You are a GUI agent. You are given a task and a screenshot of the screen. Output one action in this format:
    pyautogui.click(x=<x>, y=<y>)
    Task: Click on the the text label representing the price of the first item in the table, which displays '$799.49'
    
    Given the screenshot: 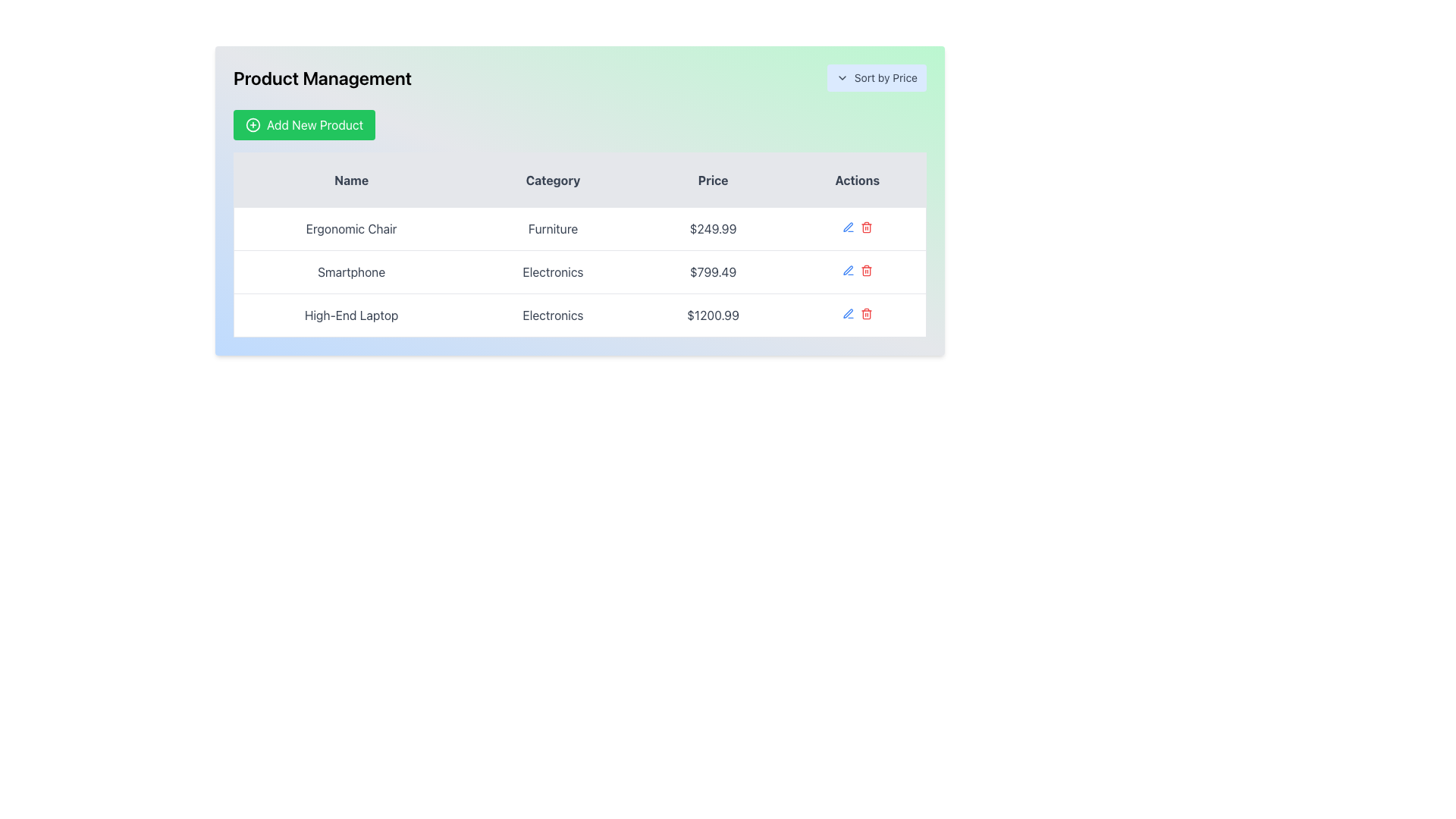 What is the action you would take?
    pyautogui.click(x=712, y=229)
    